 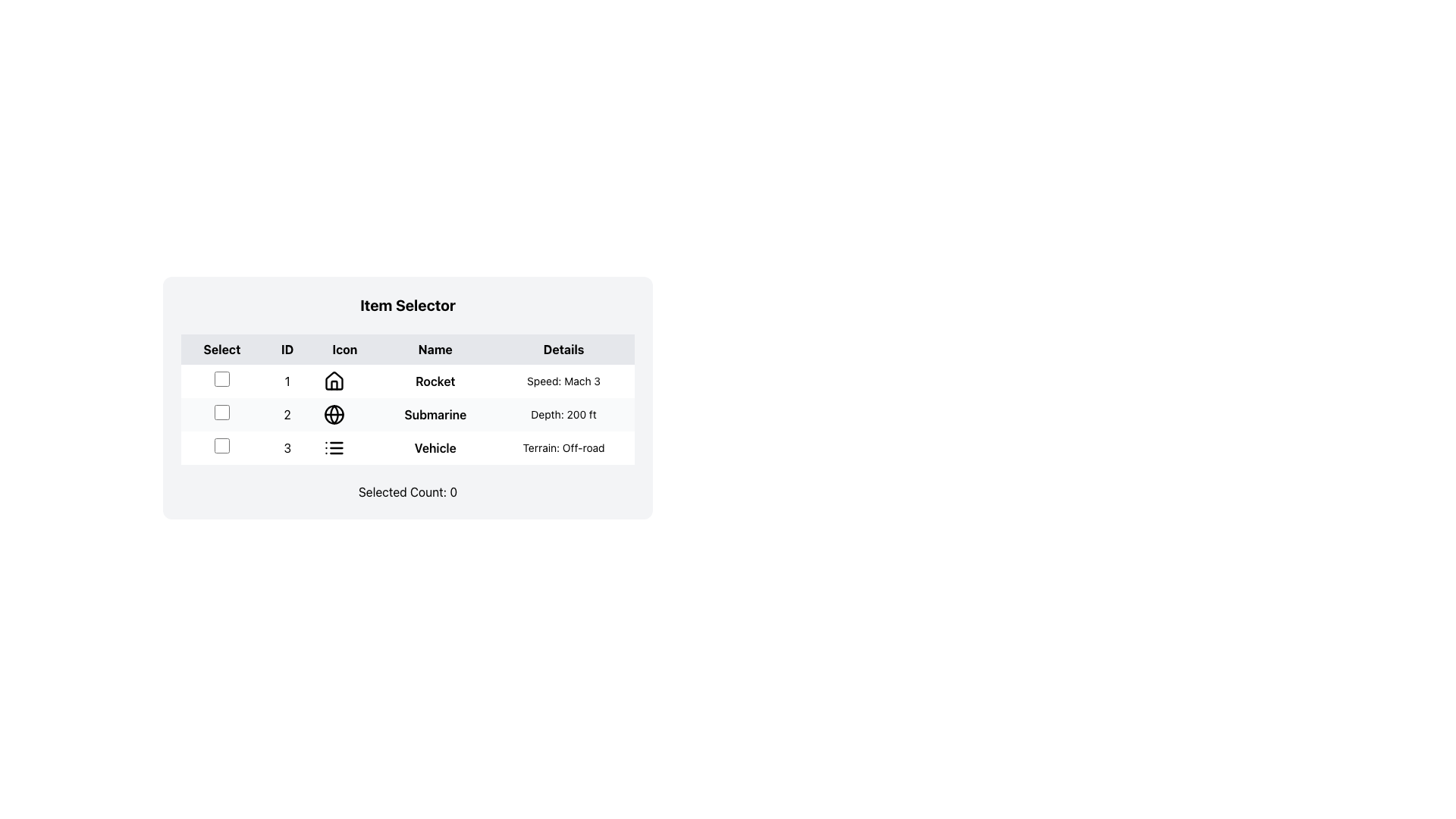 I want to click on the text label displaying '1' located in the first row of the table under the 'ID' column, which is positioned to the right of a checkbox, so click(x=287, y=380).